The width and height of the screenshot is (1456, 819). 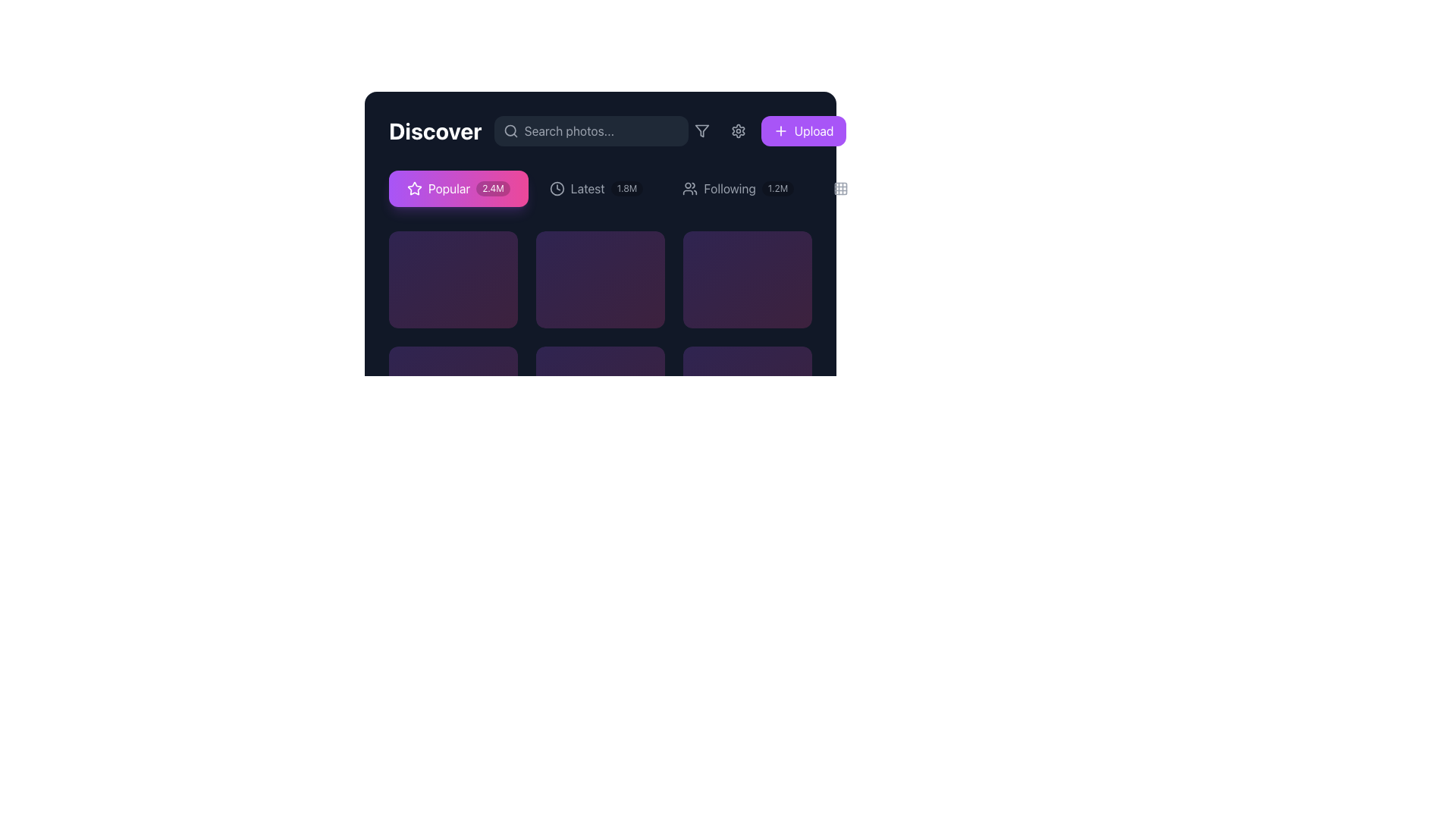 I want to click on the 'Following' button located in the top bar, specifically the third button from the left, so click(x=738, y=188).